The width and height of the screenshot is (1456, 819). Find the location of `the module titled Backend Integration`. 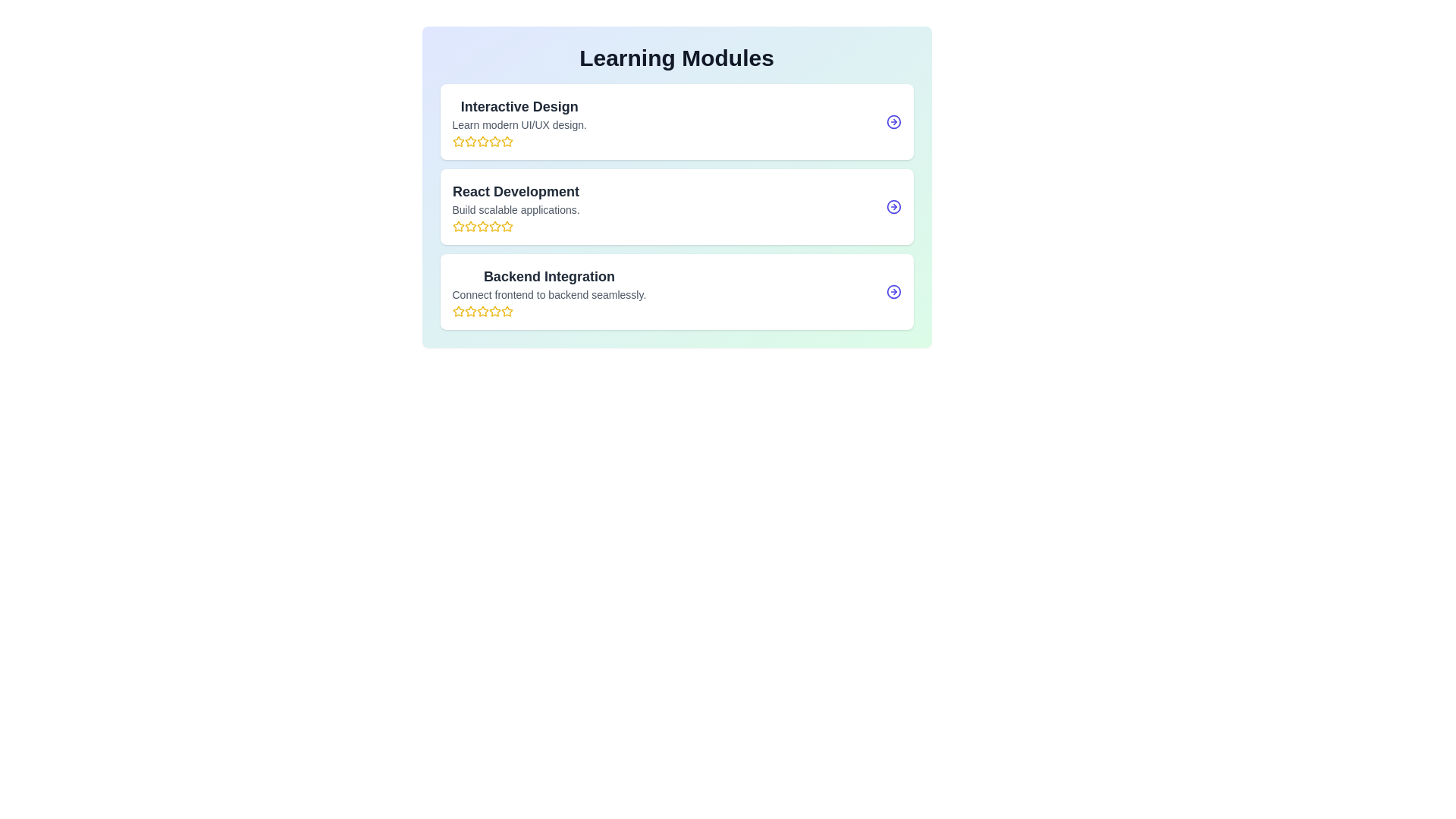

the module titled Backend Integration is located at coordinates (676, 292).